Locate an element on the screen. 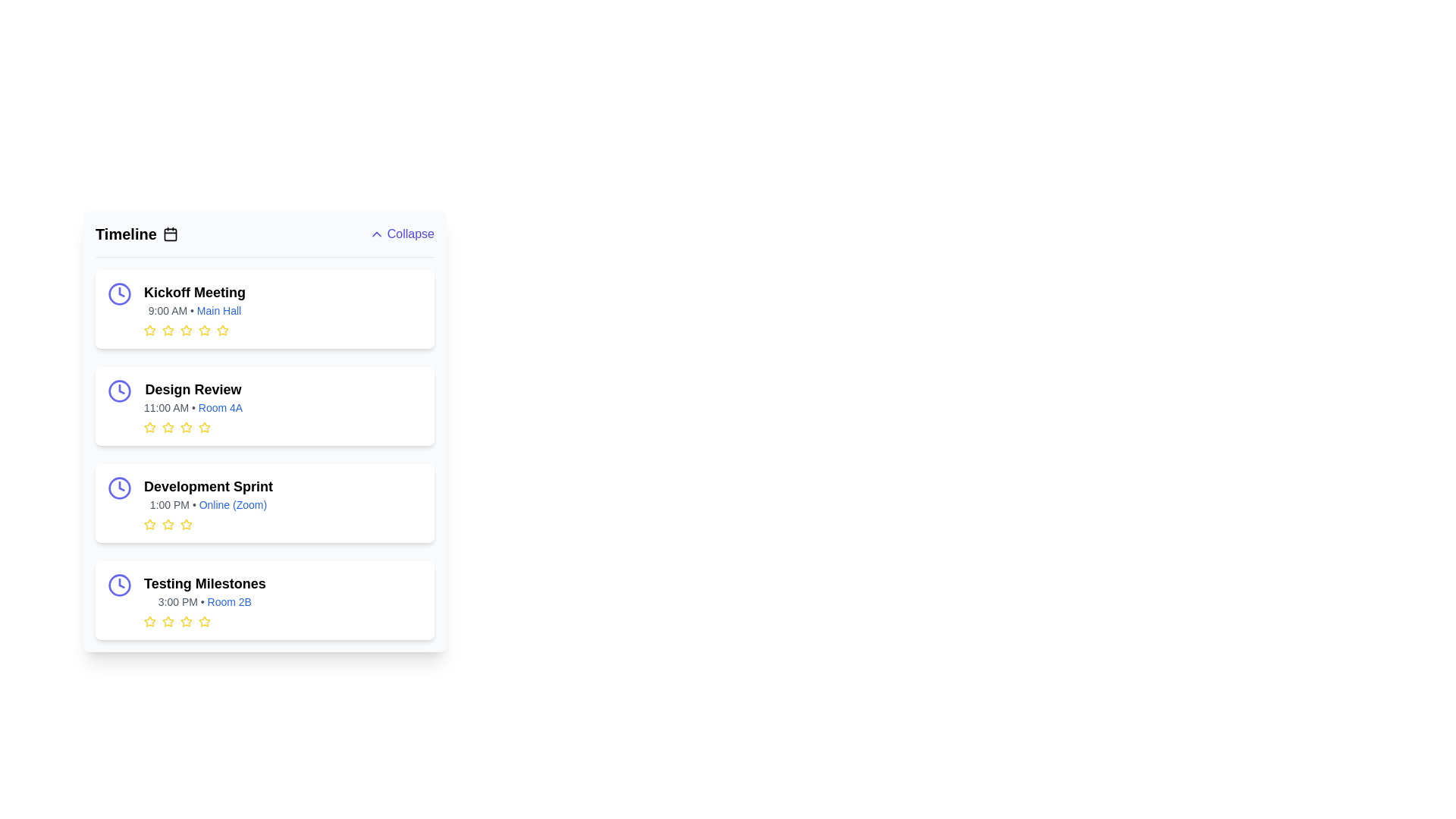 This screenshot has height=819, width=1456. the clock hands icon element, which is part of the timeline feature indicating time, located centrally within the clock face adjacent to the 'Kickoff Meeting' label is located at coordinates (121, 582).